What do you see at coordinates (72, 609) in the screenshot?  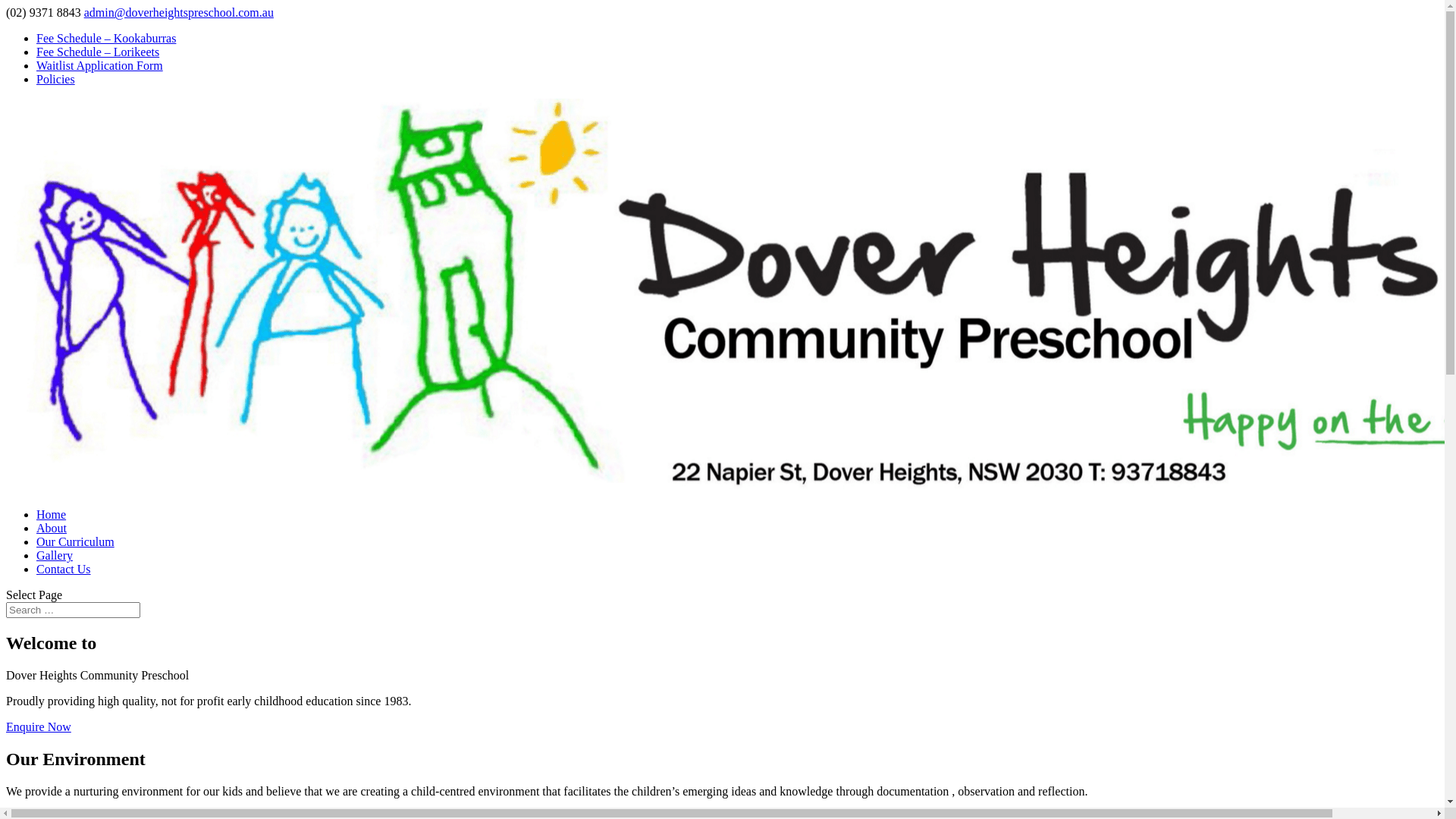 I see `'Search for:'` at bounding box center [72, 609].